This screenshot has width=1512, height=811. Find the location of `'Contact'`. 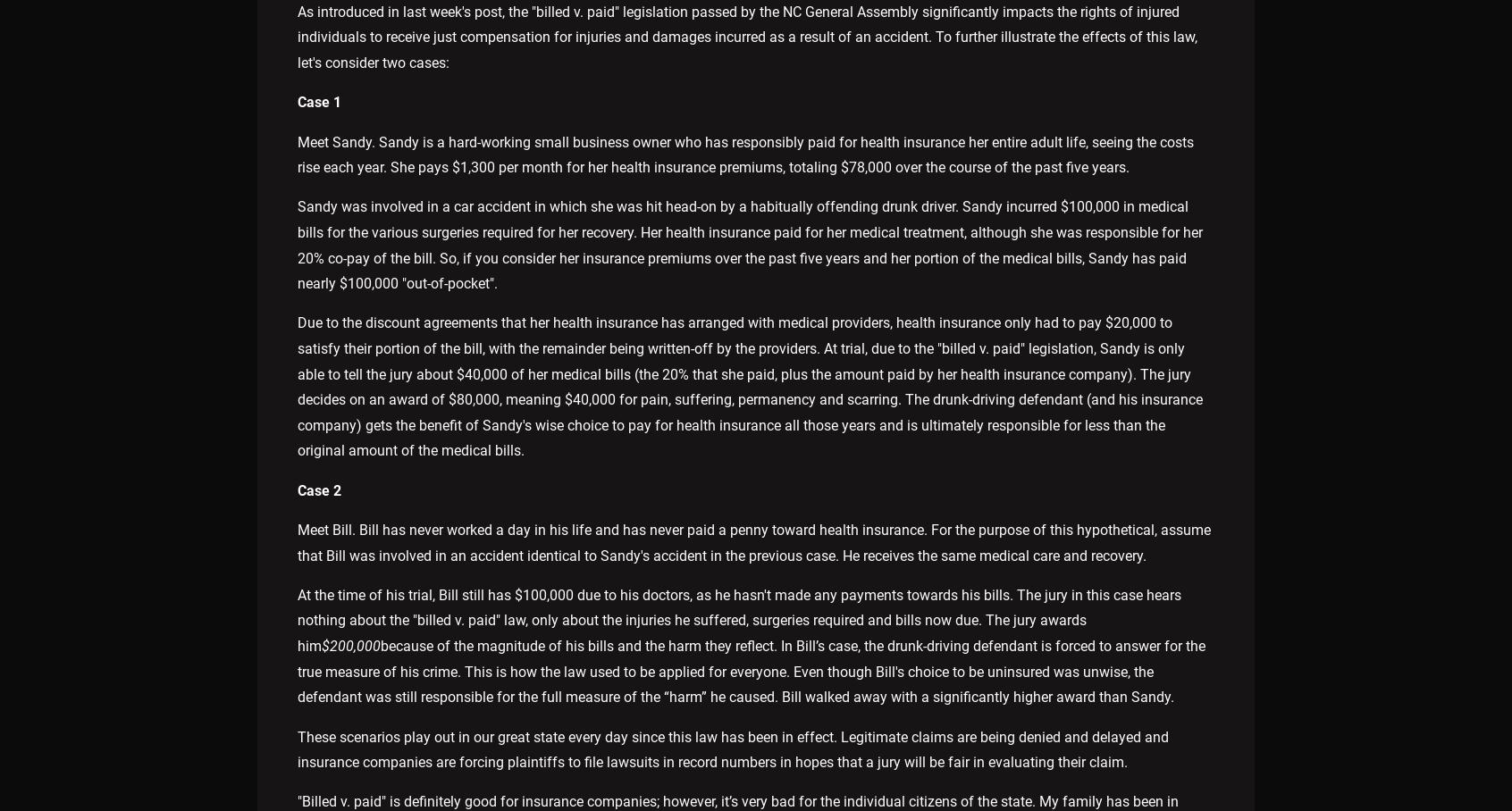

'Contact' is located at coordinates (892, 690).